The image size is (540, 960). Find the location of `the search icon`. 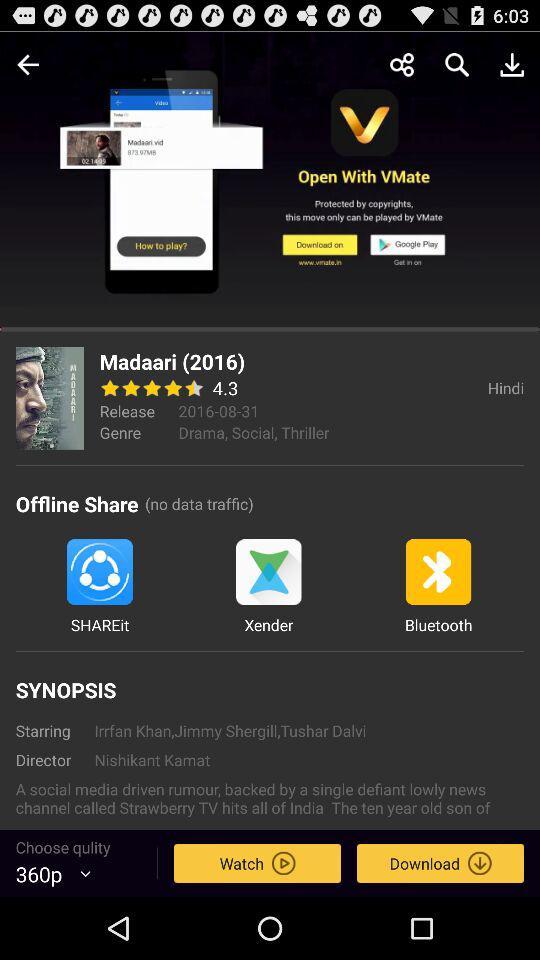

the search icon is located at coordinates (457, 69).